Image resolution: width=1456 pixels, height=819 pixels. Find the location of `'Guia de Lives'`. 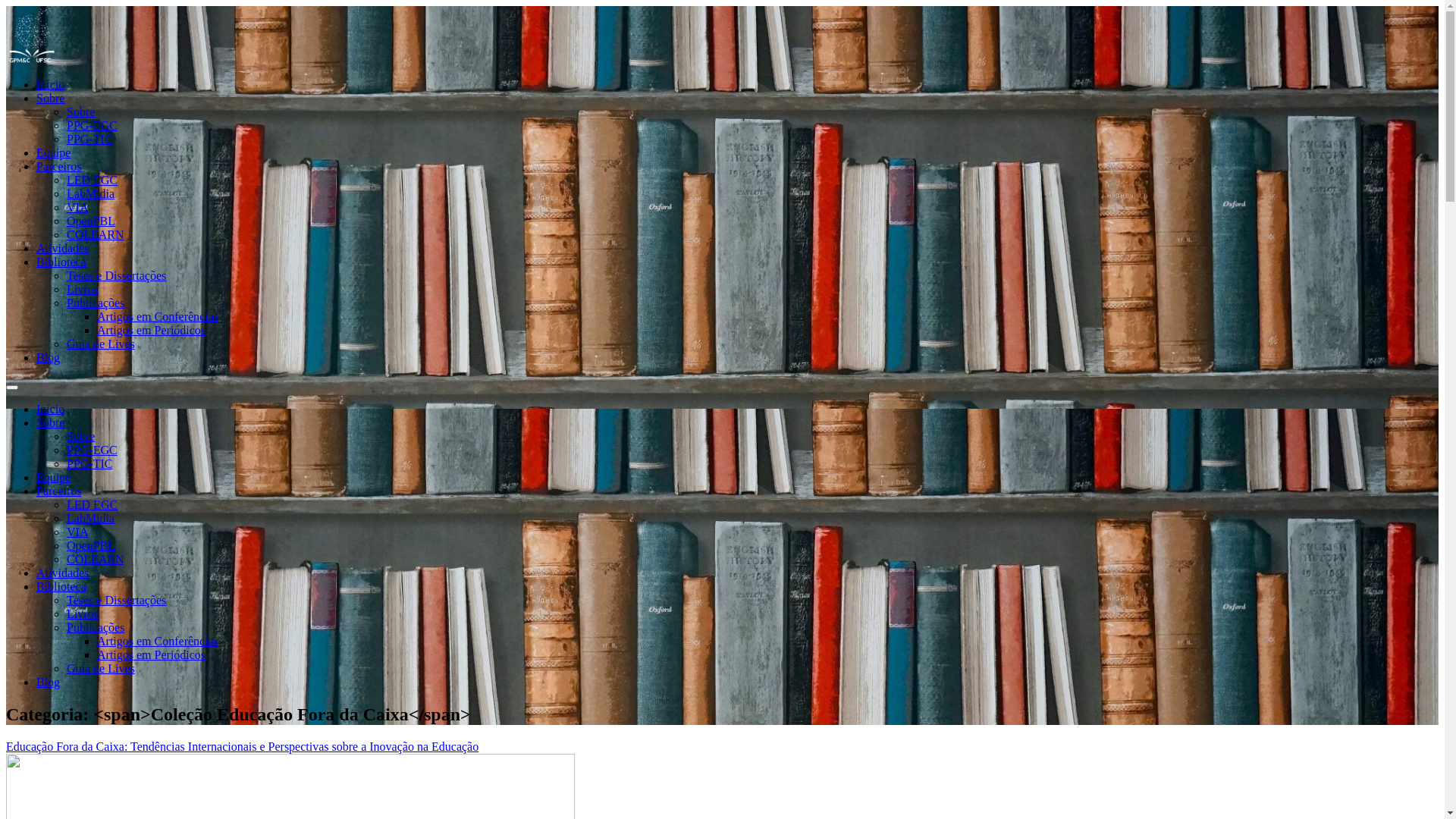

'Guia de Lives' is located at coordinates (100, 344).